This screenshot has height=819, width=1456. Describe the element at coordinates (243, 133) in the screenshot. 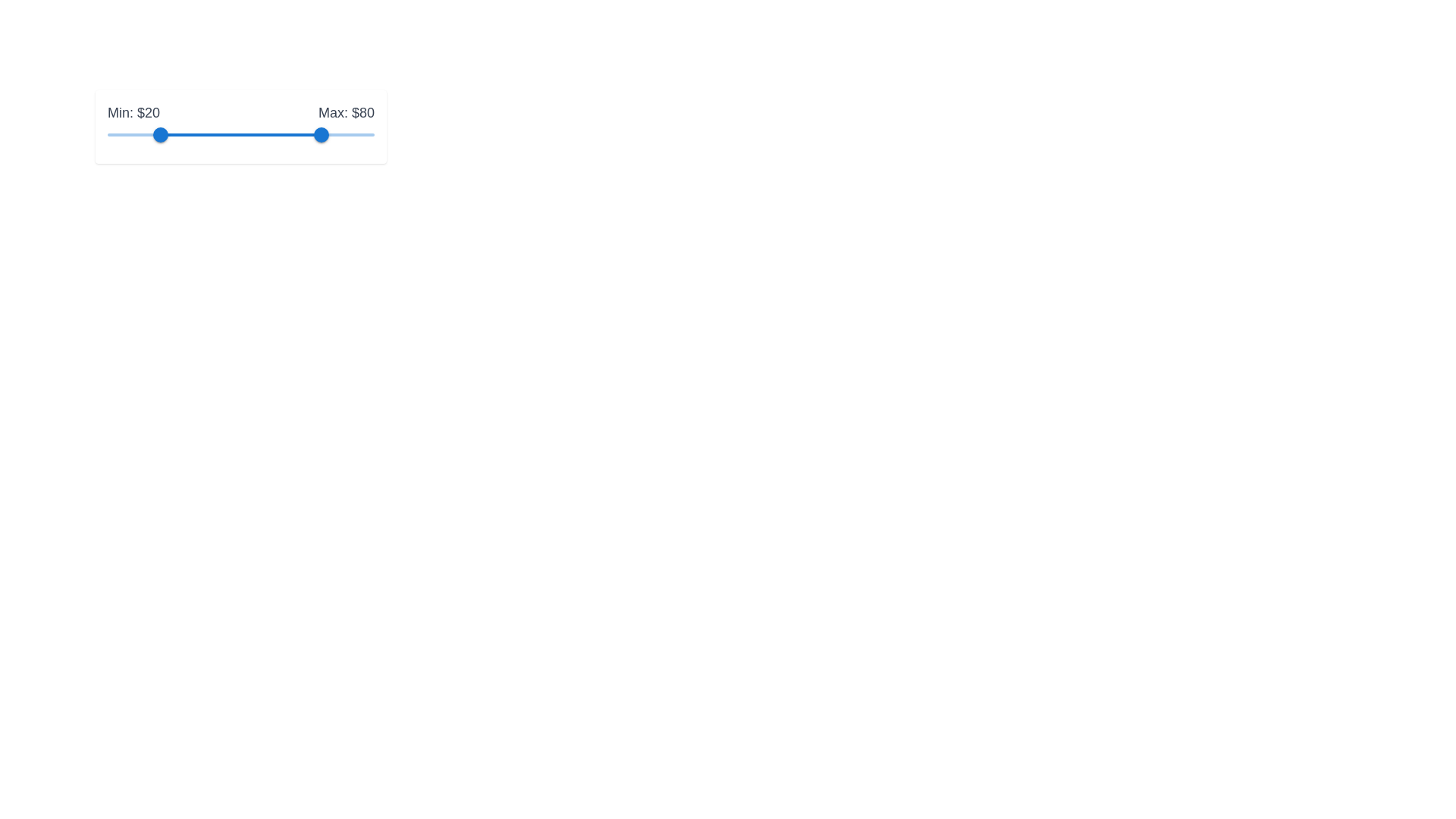

I see `the slider` at that location.